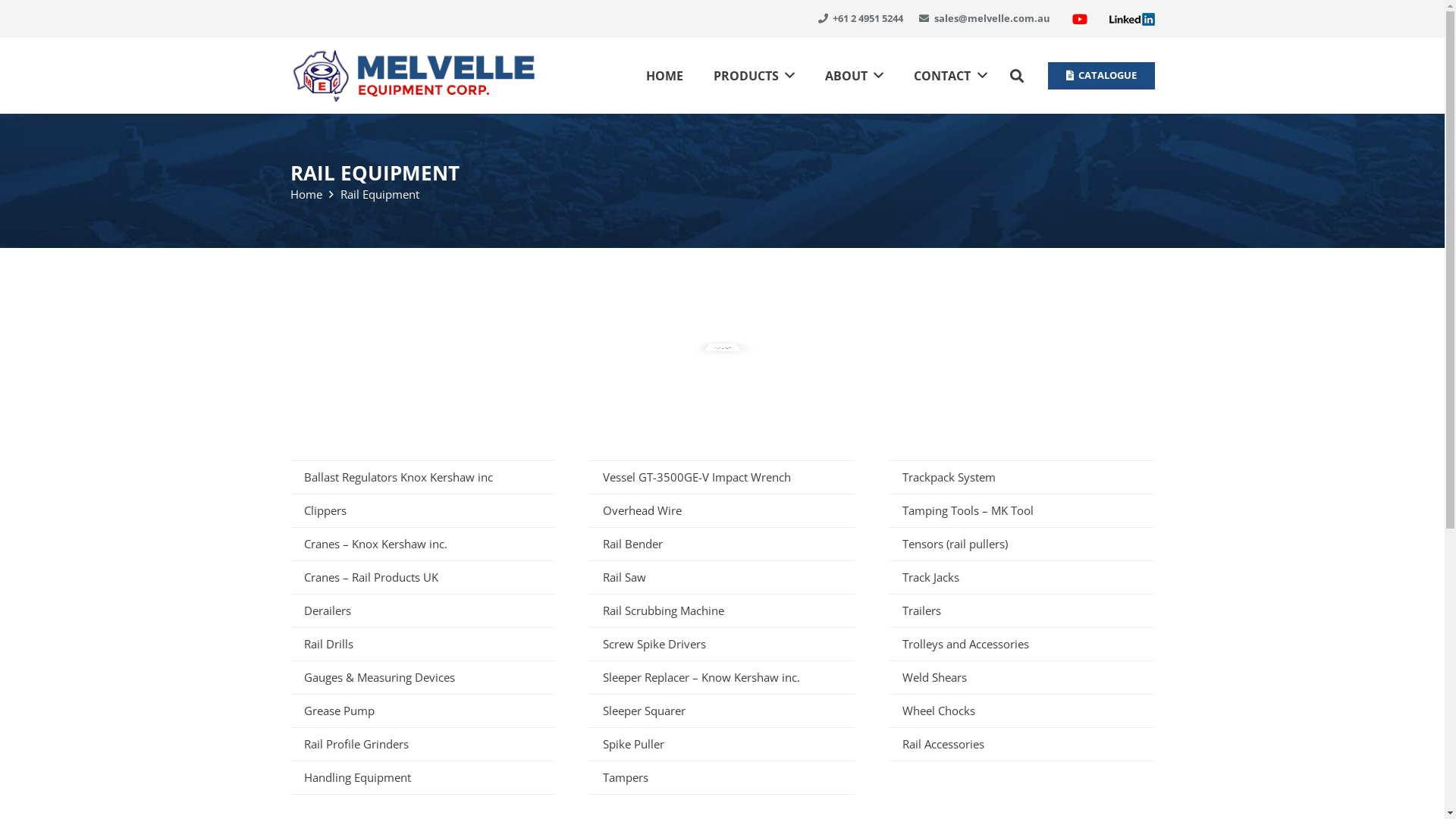  Describe the element at coordinates (422, 643) in the screenshot. I see `'Rail Drills'` at that location.